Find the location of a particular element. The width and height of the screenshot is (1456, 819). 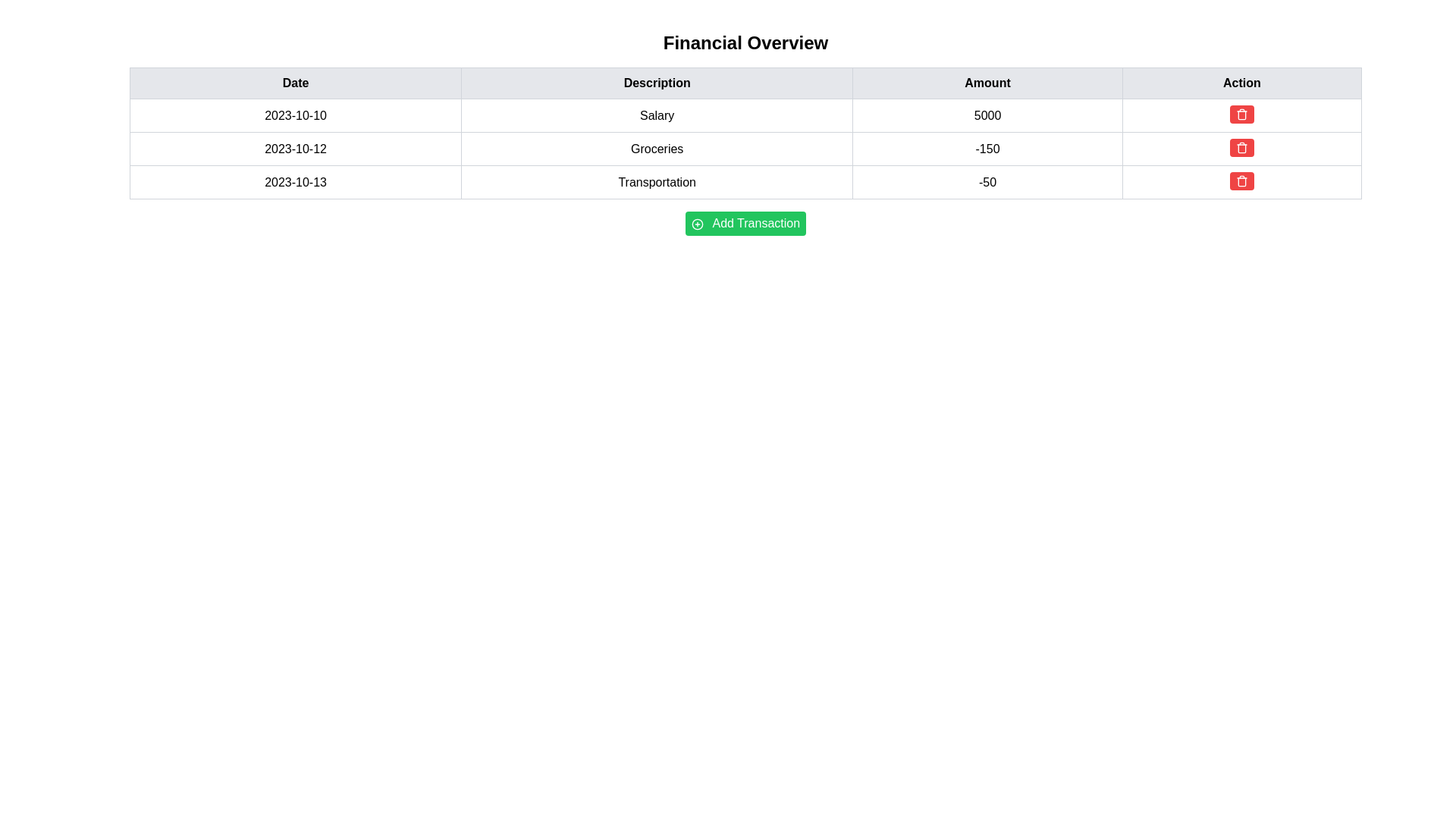

the delete icon in the 'Action' column of the third row of the table labeled '2023-10-13' is located at coordinates (1241, 180).